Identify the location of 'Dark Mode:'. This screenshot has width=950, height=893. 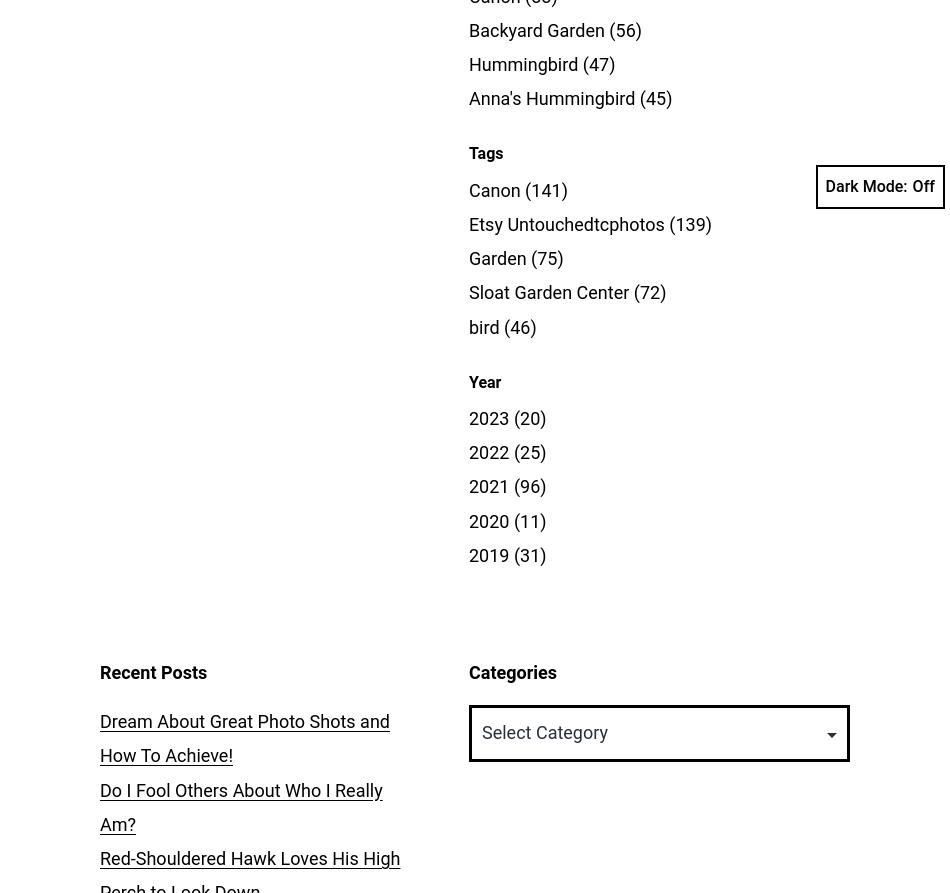
(865, 185).